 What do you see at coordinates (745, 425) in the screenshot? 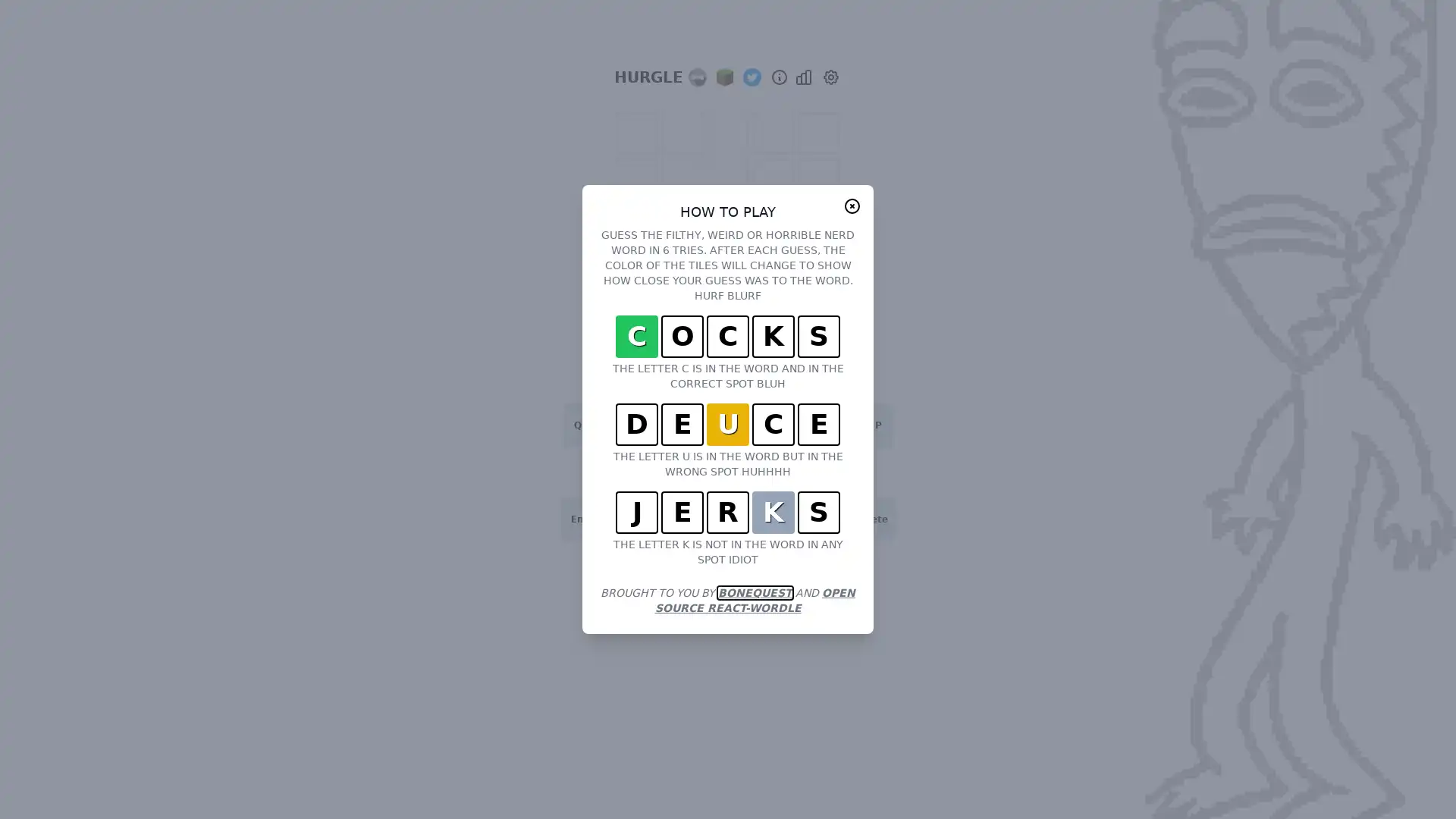
I see `Y` at bounding box center [745, 425].